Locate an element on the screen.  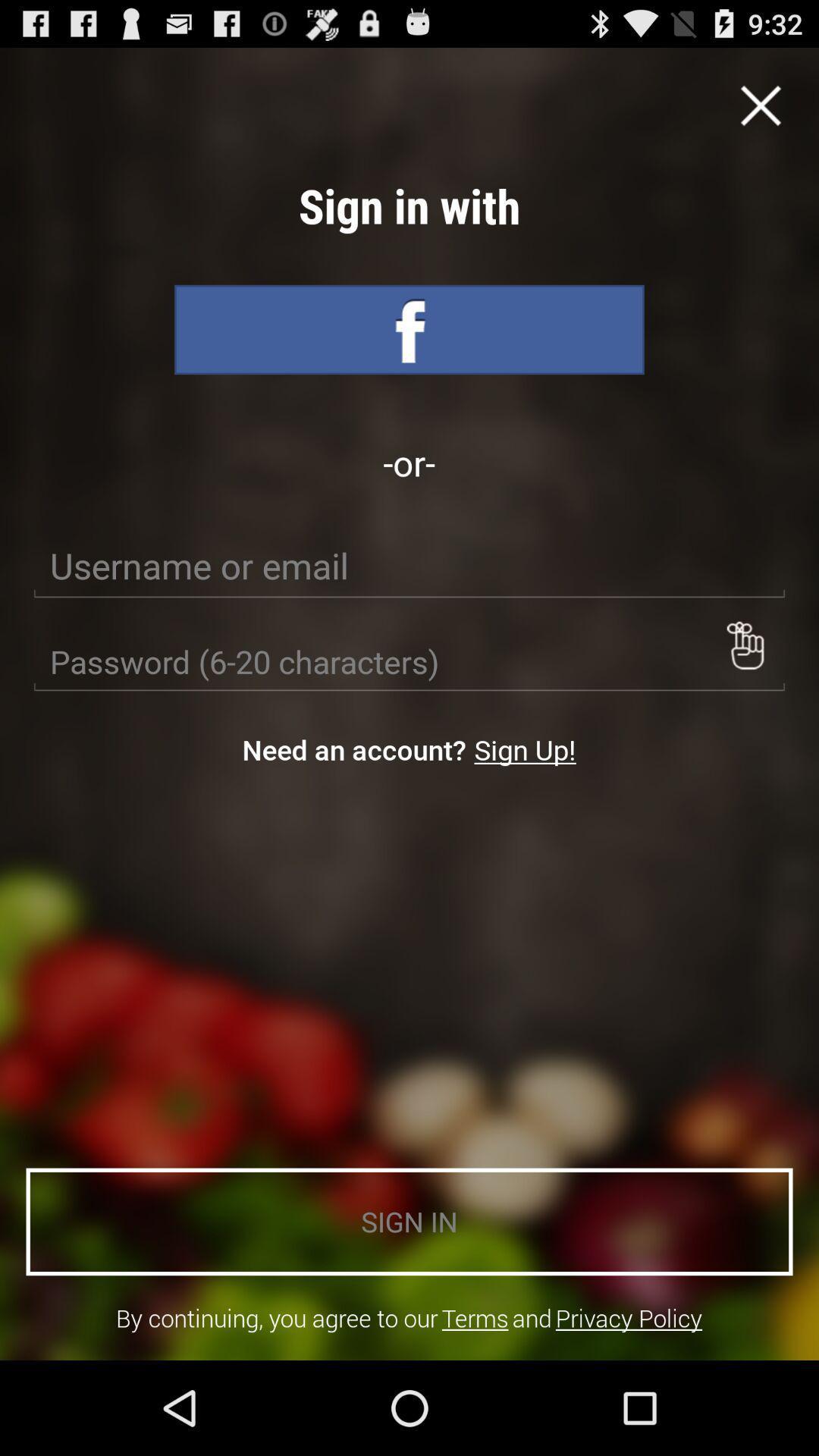
username is located at coordinates (409, 566).